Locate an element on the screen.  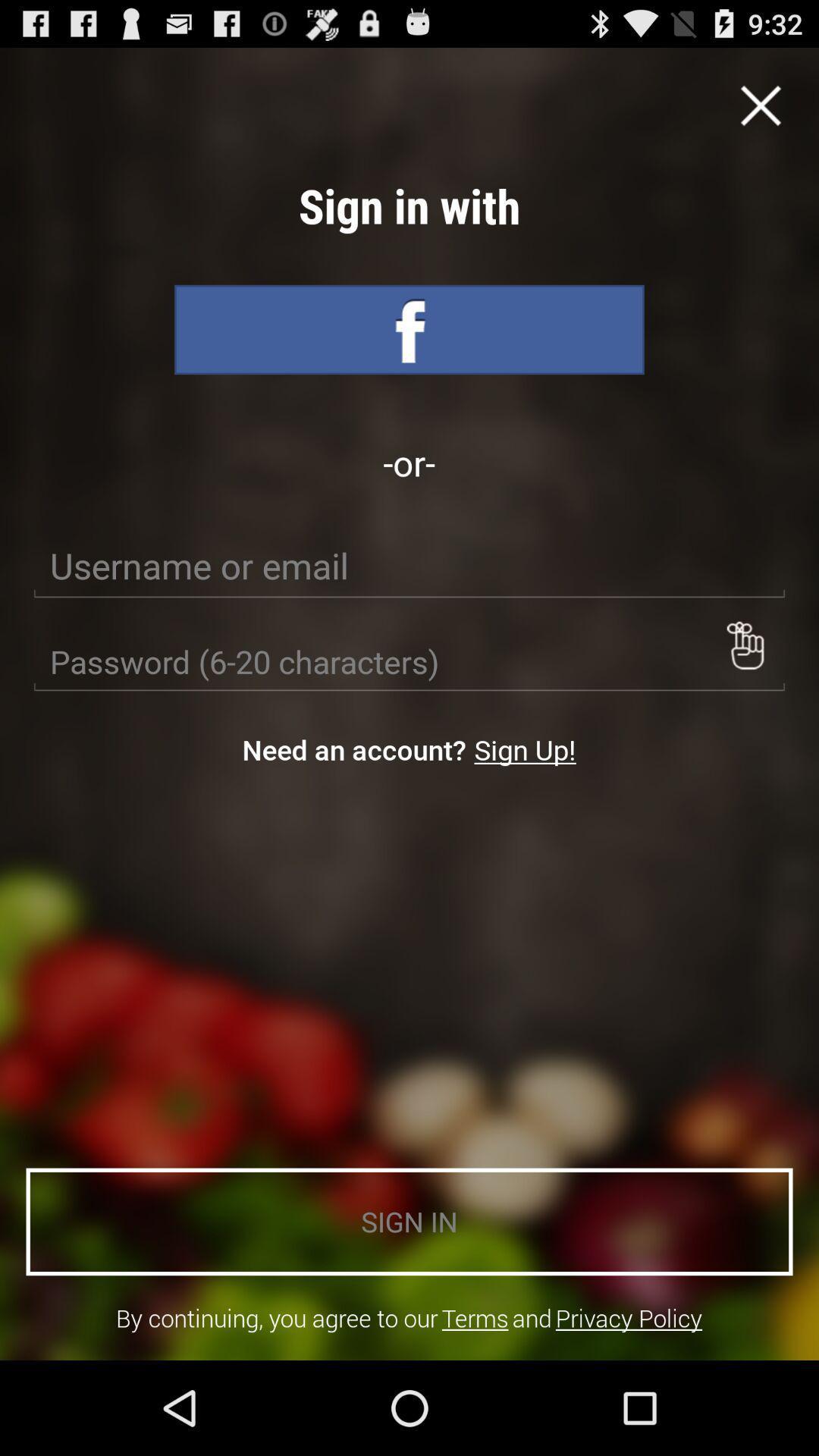
username is located at coordinates (409, 566).